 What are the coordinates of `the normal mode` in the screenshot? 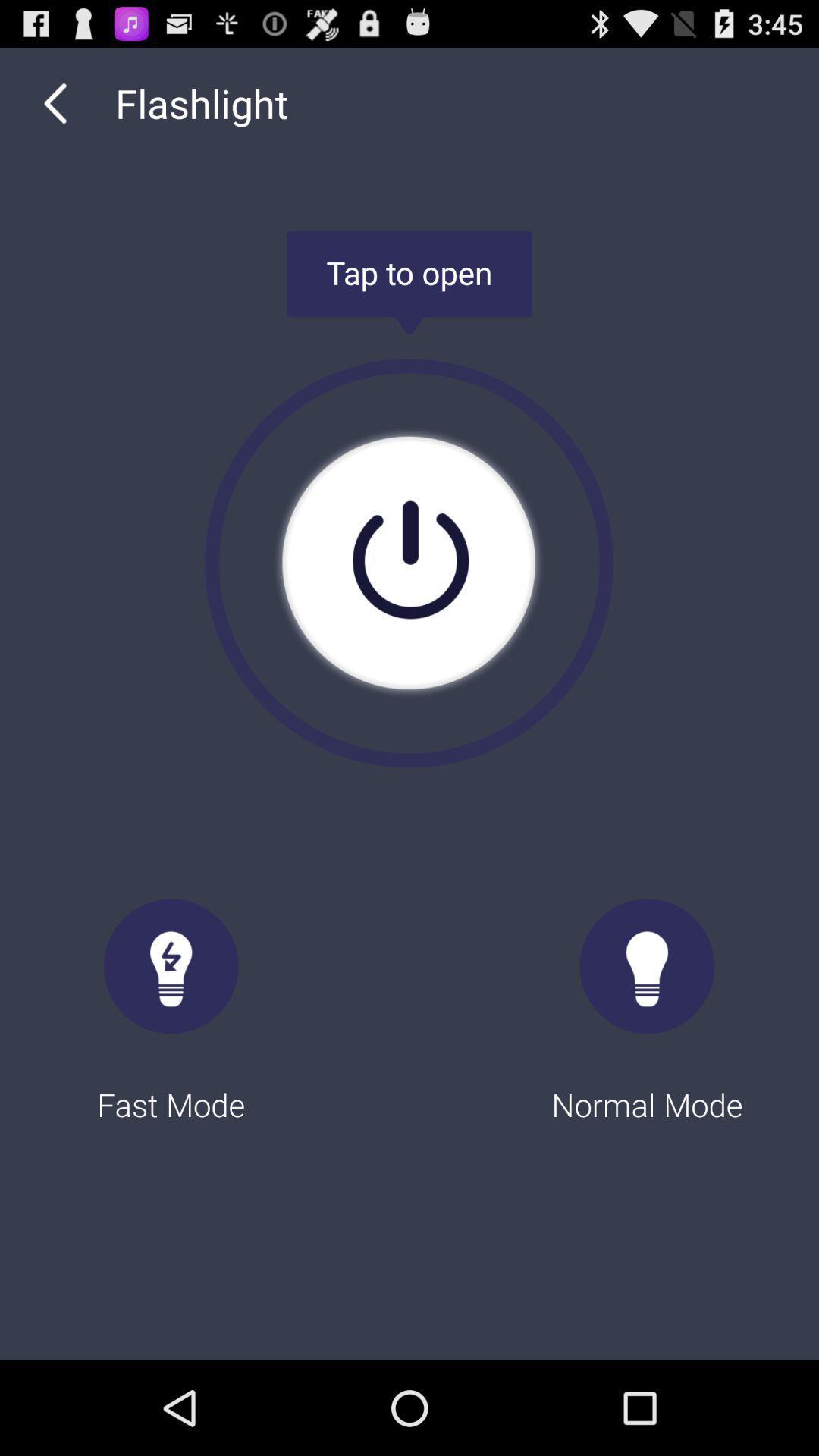 It's located at (647, 996).